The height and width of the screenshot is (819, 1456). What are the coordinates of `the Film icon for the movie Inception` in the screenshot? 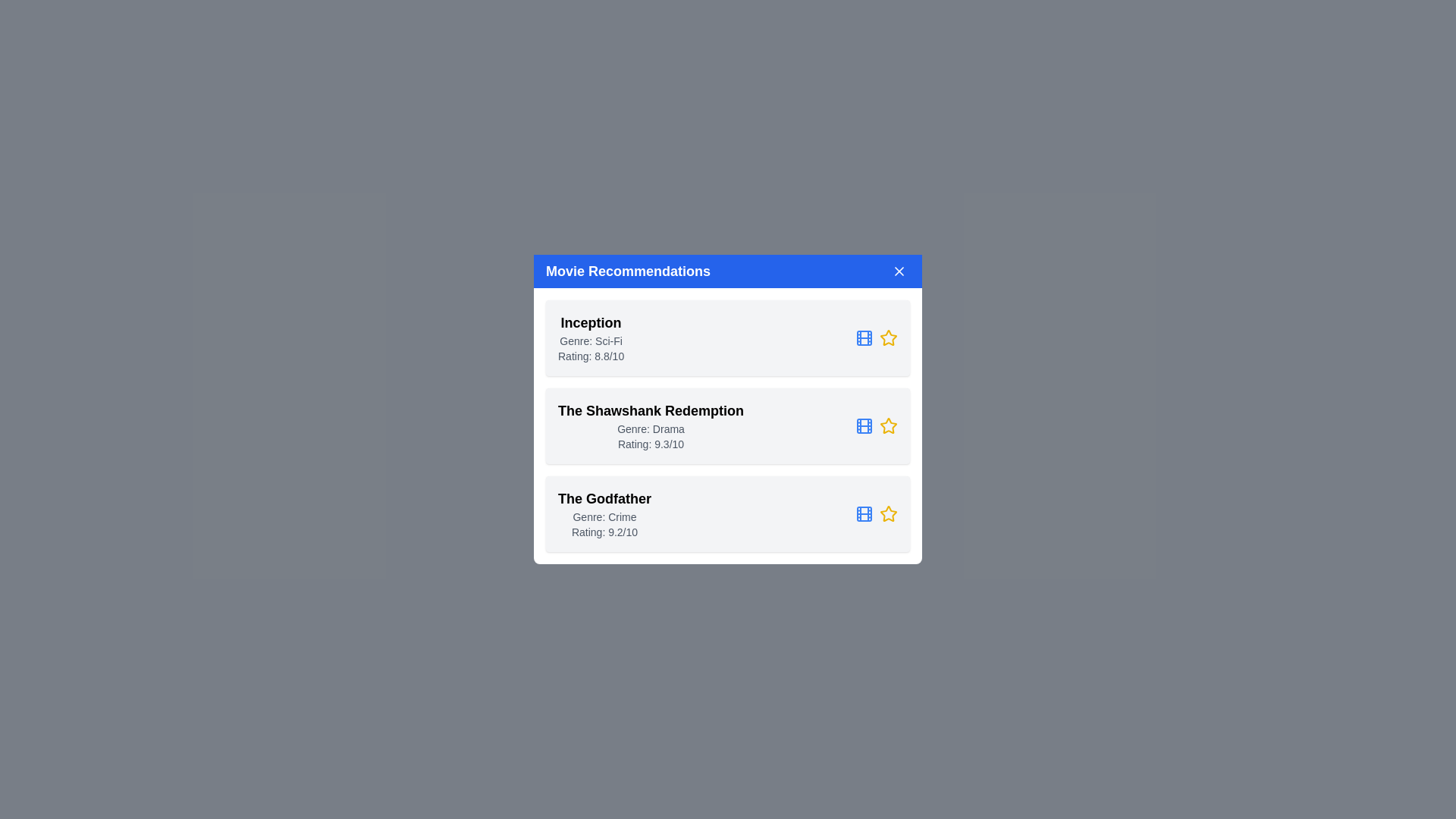 It's located at (864, 337).